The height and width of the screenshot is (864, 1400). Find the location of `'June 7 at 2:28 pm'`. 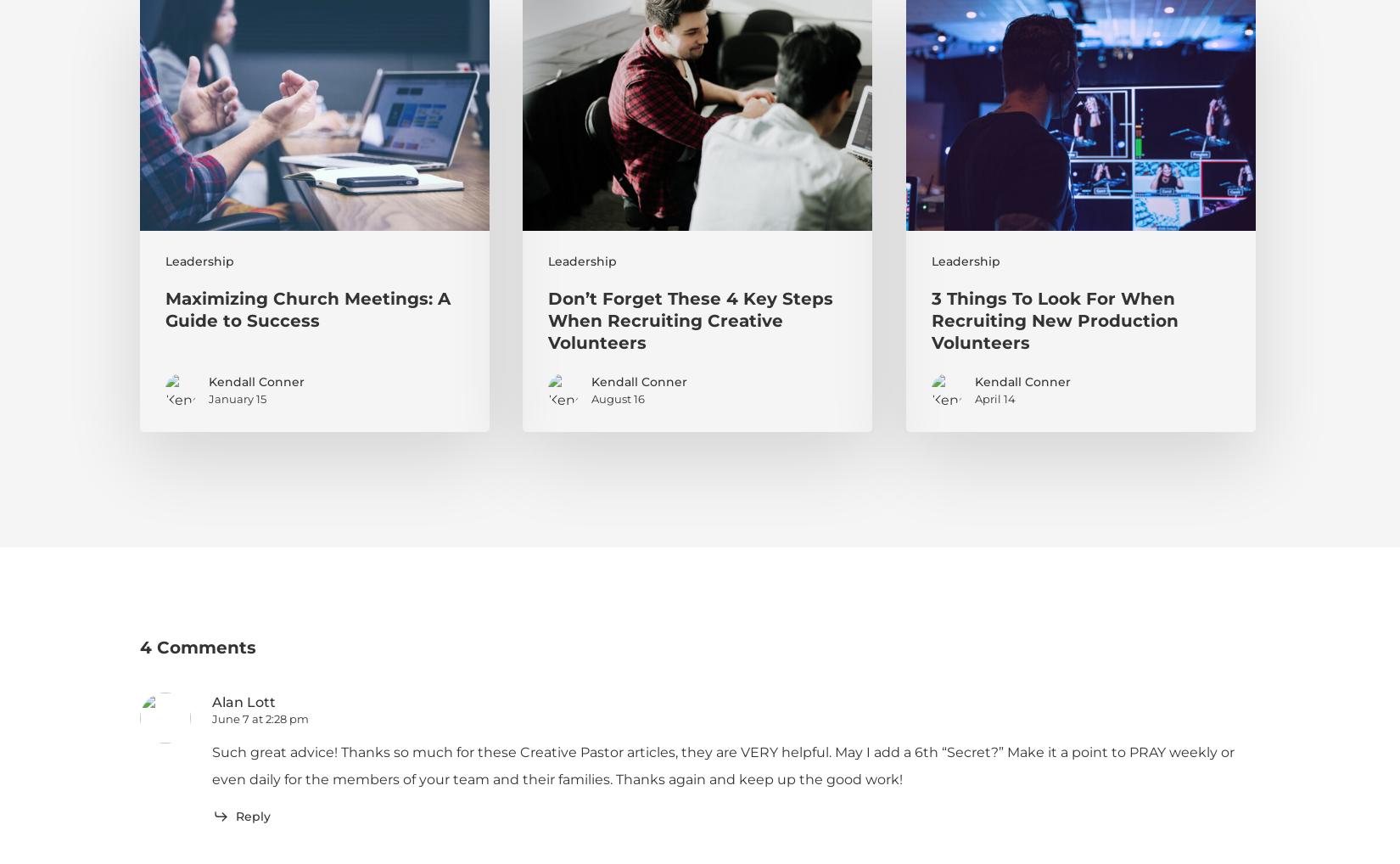

'June 7 at 2:28 pm' is located at coordinates (260, 717).